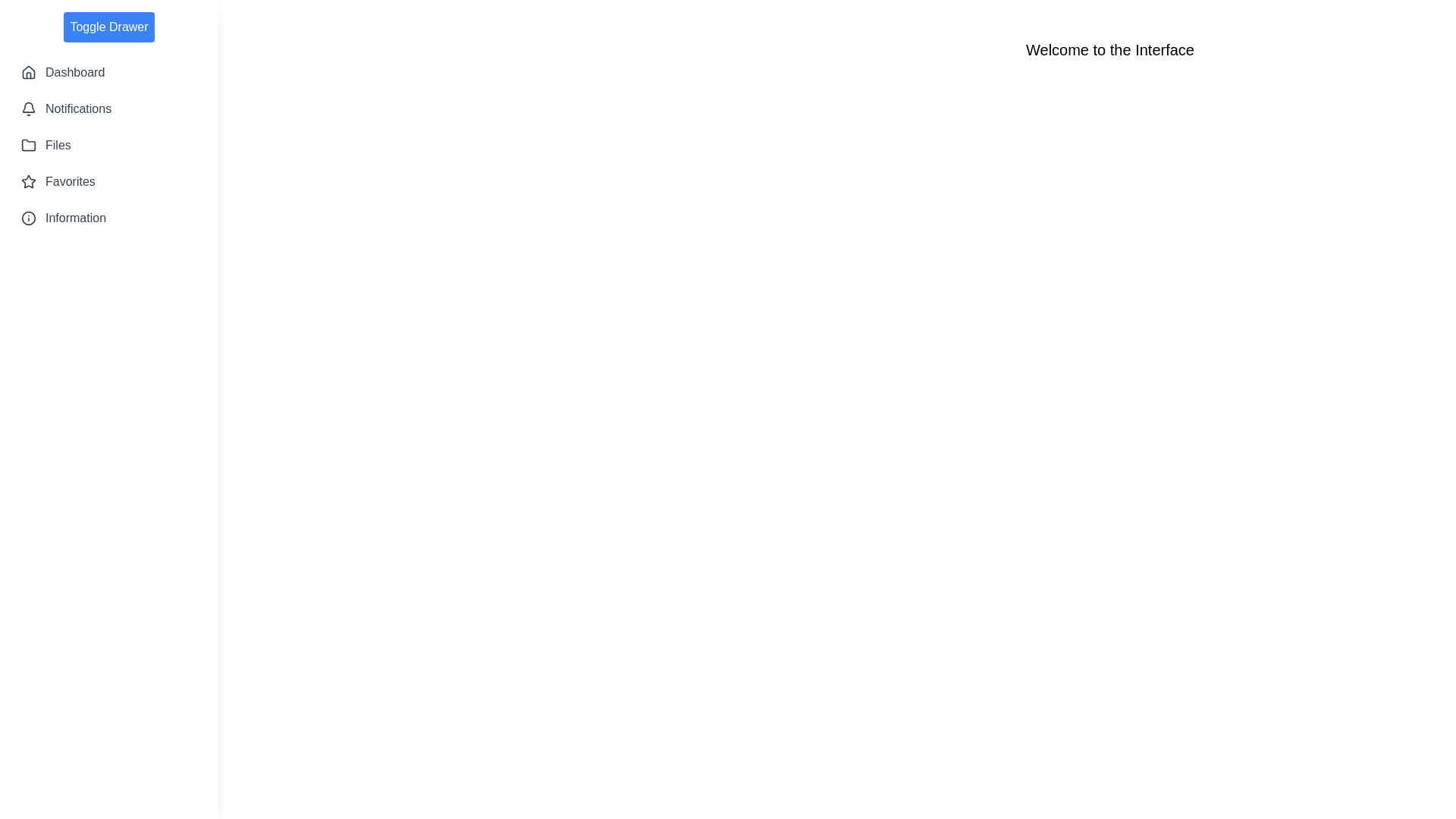 This screenshot has height=819, width=1456. I want to click on the menu option labeled Dashboard from the sidebar, so click(108, 73).